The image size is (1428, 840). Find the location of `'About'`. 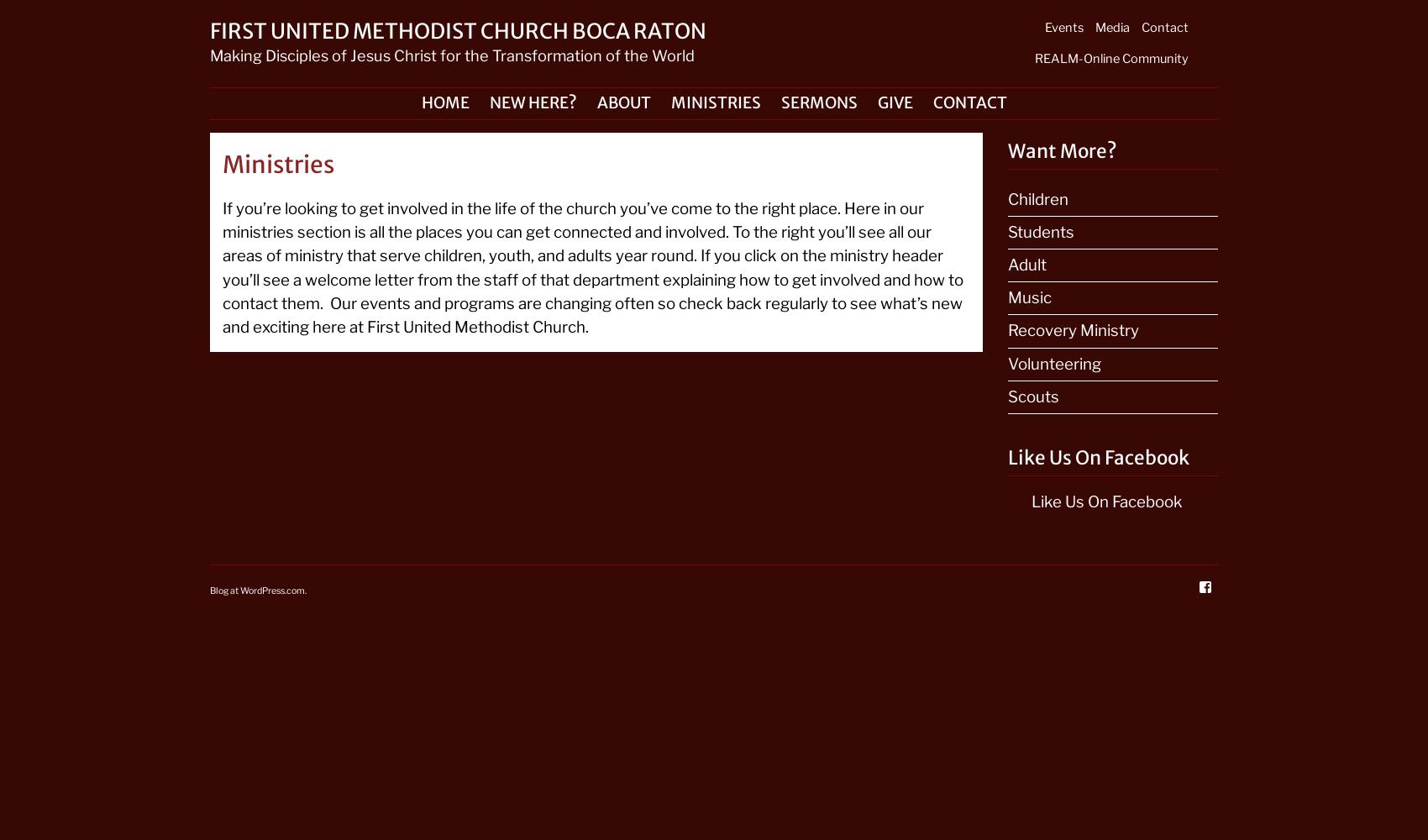

'About' is located at coordinates (623, 101).